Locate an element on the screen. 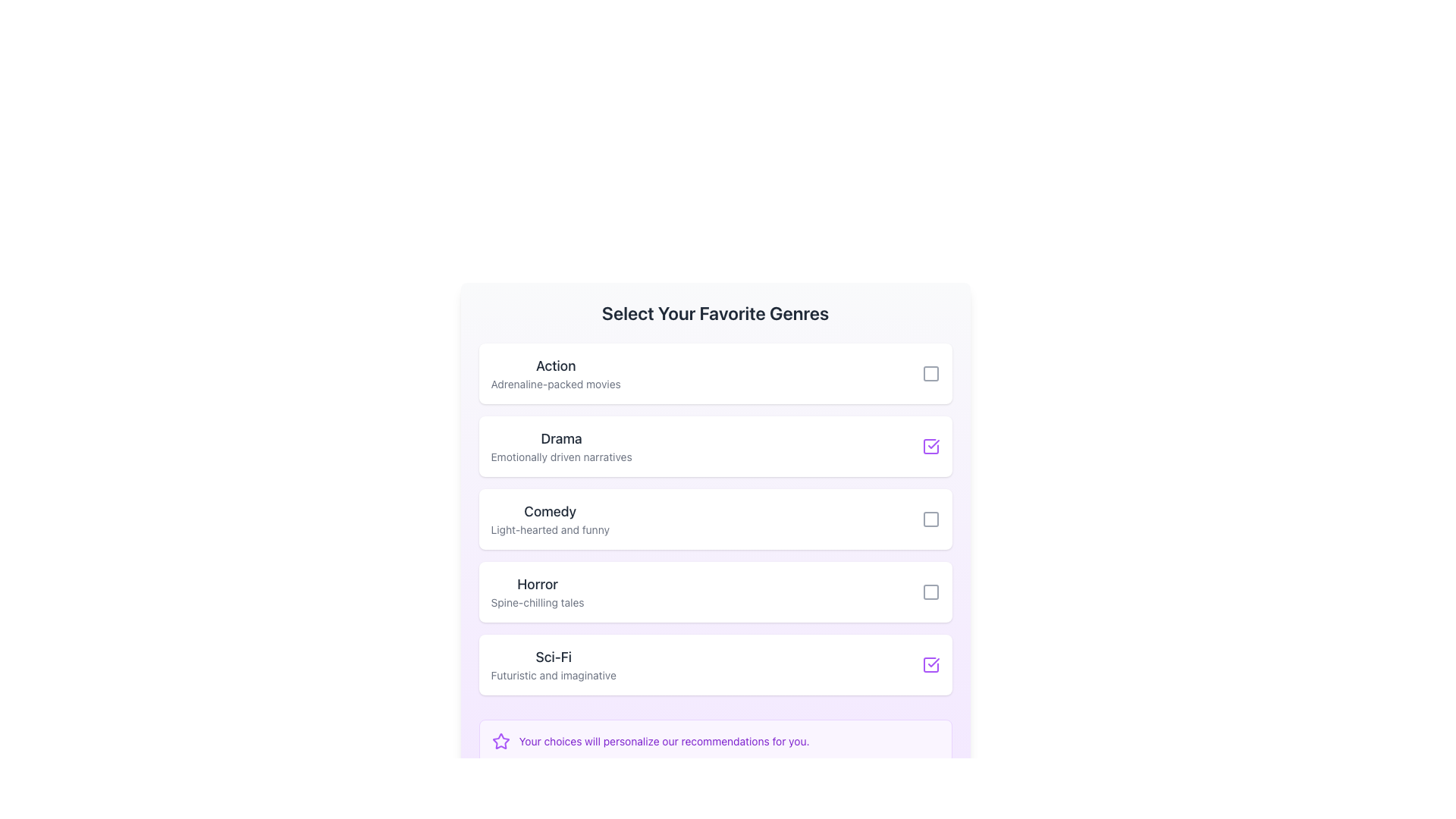 This screenshot has width=1456, height=819. the checkbox for the genre selection option labeled 'Action' with the description 'Adrenaline-packed movies' is located at coordinates (714, 374).